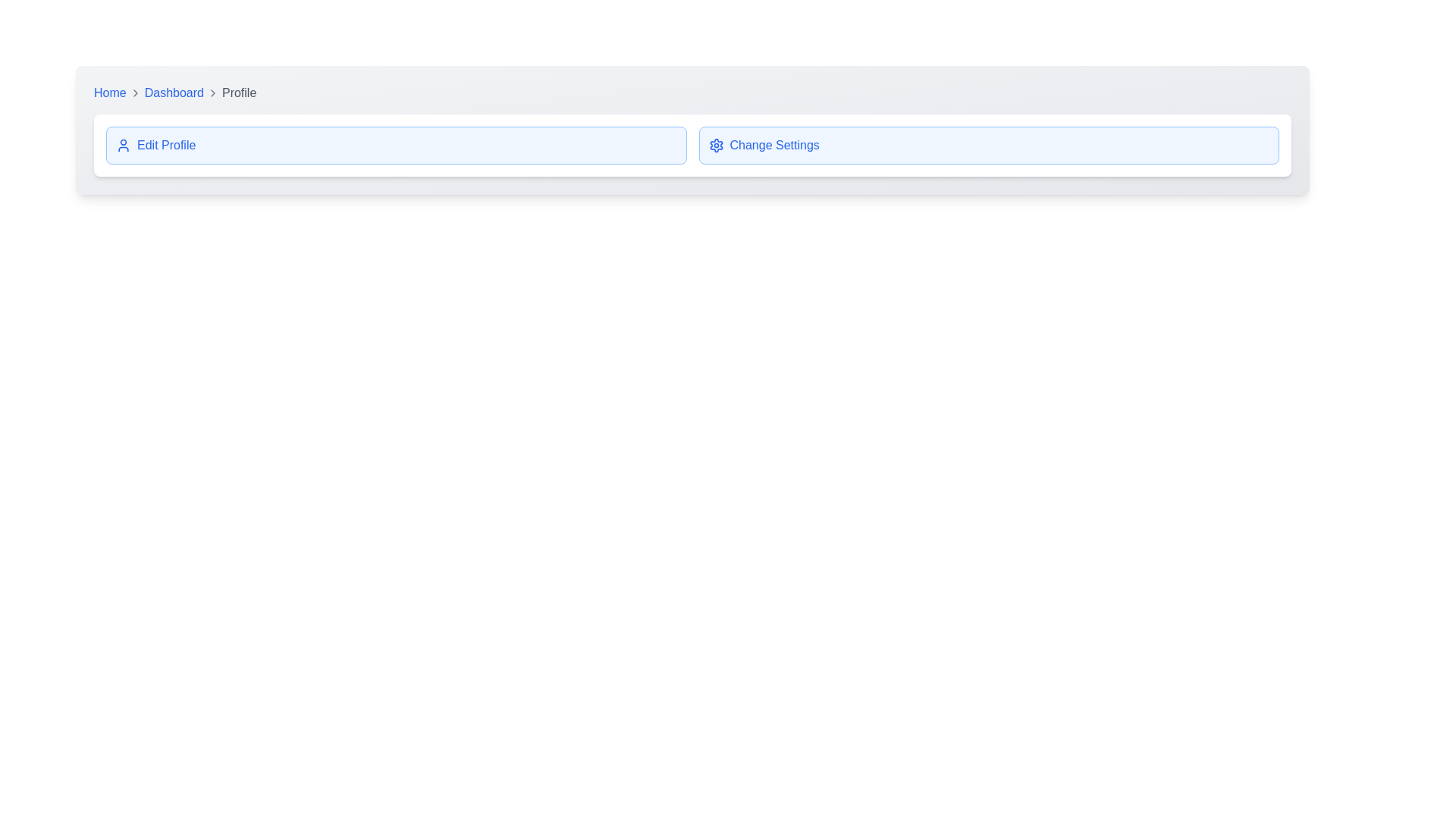  What do you see at coordinates (181, 93) in the screenshot?
I see `the hyperlink labeled as the second item in the breadcrumb navigation` at bounding box center [181, 93].